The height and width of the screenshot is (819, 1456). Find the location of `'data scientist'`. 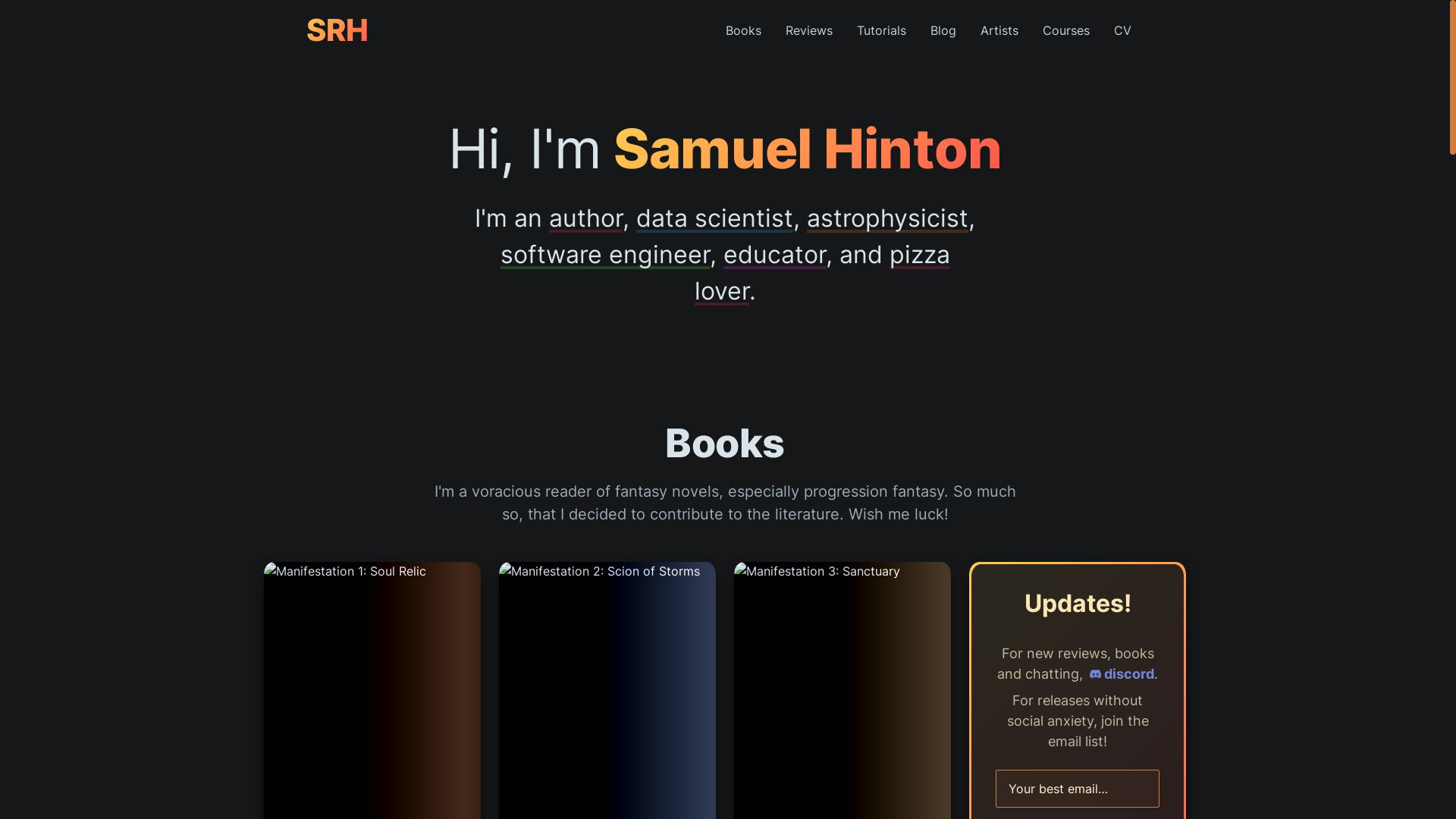

'data scientist' is located at coordinates (714, 218).